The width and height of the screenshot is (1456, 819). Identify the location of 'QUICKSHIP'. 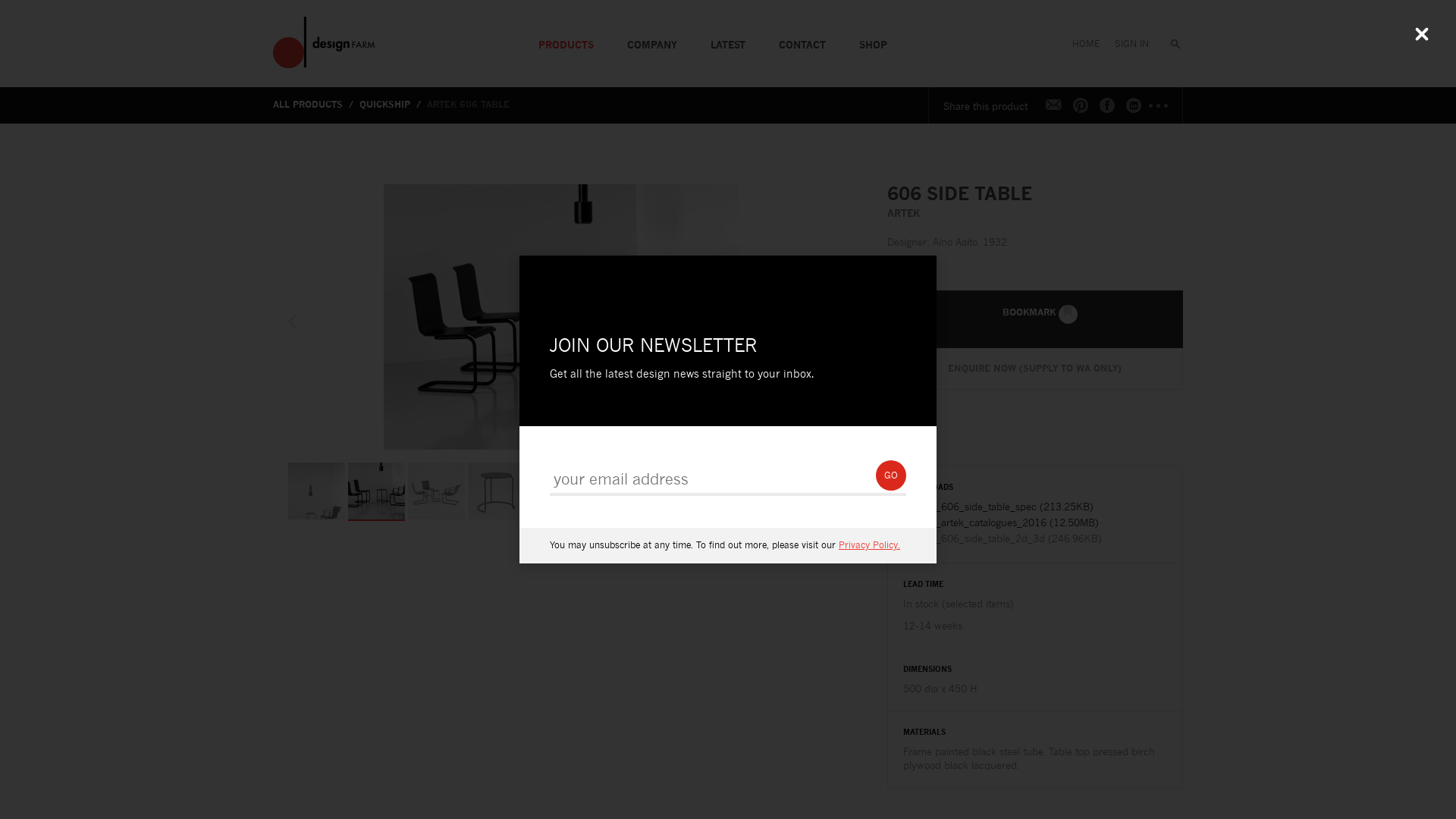
(391, 103).